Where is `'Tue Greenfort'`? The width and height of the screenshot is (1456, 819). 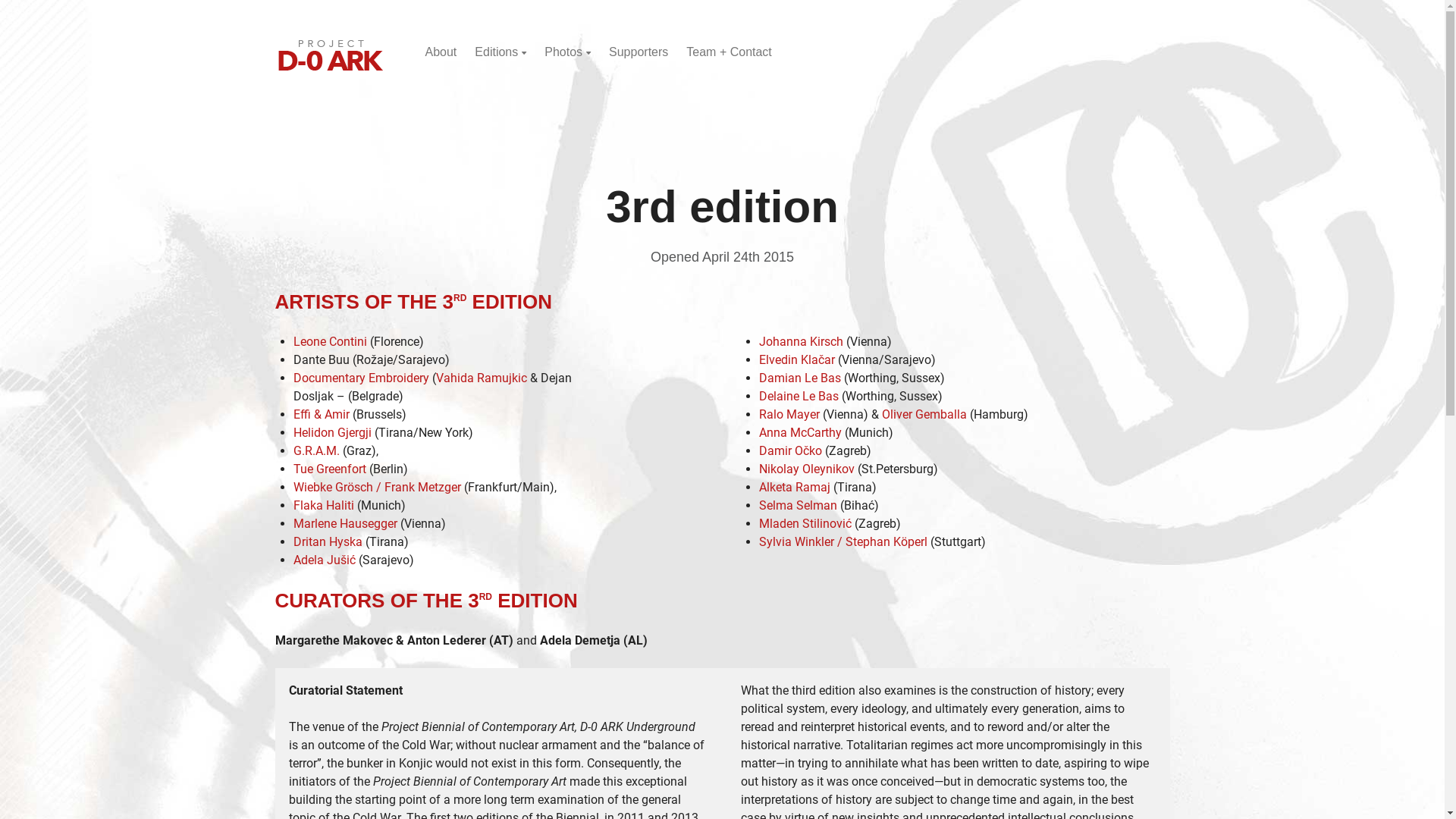
'Tue Greenfort' is located at coordinates (292, 468).